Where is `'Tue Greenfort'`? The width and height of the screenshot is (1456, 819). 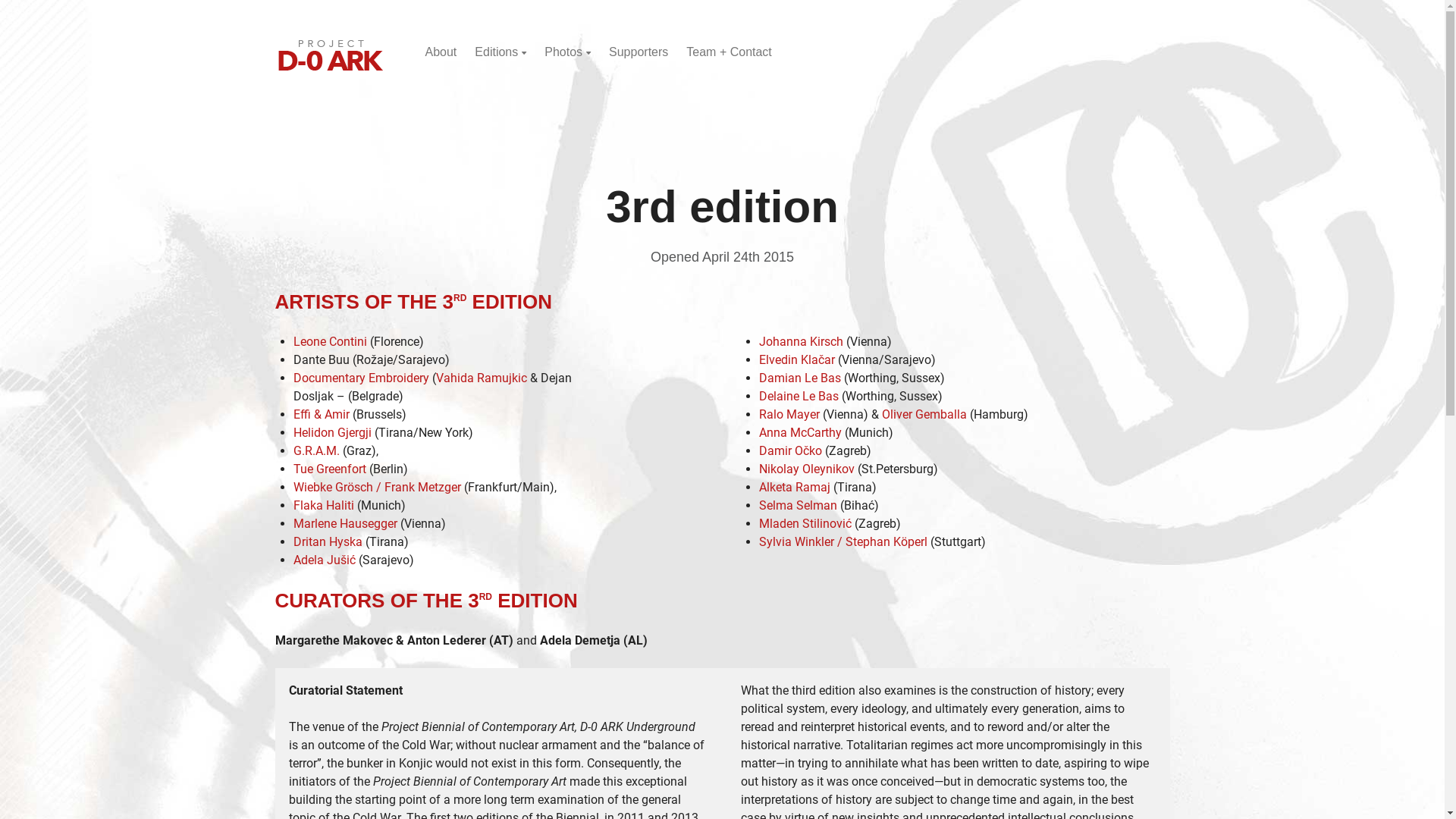
'Tue Greenfort' is located at coordinates (292, 468).